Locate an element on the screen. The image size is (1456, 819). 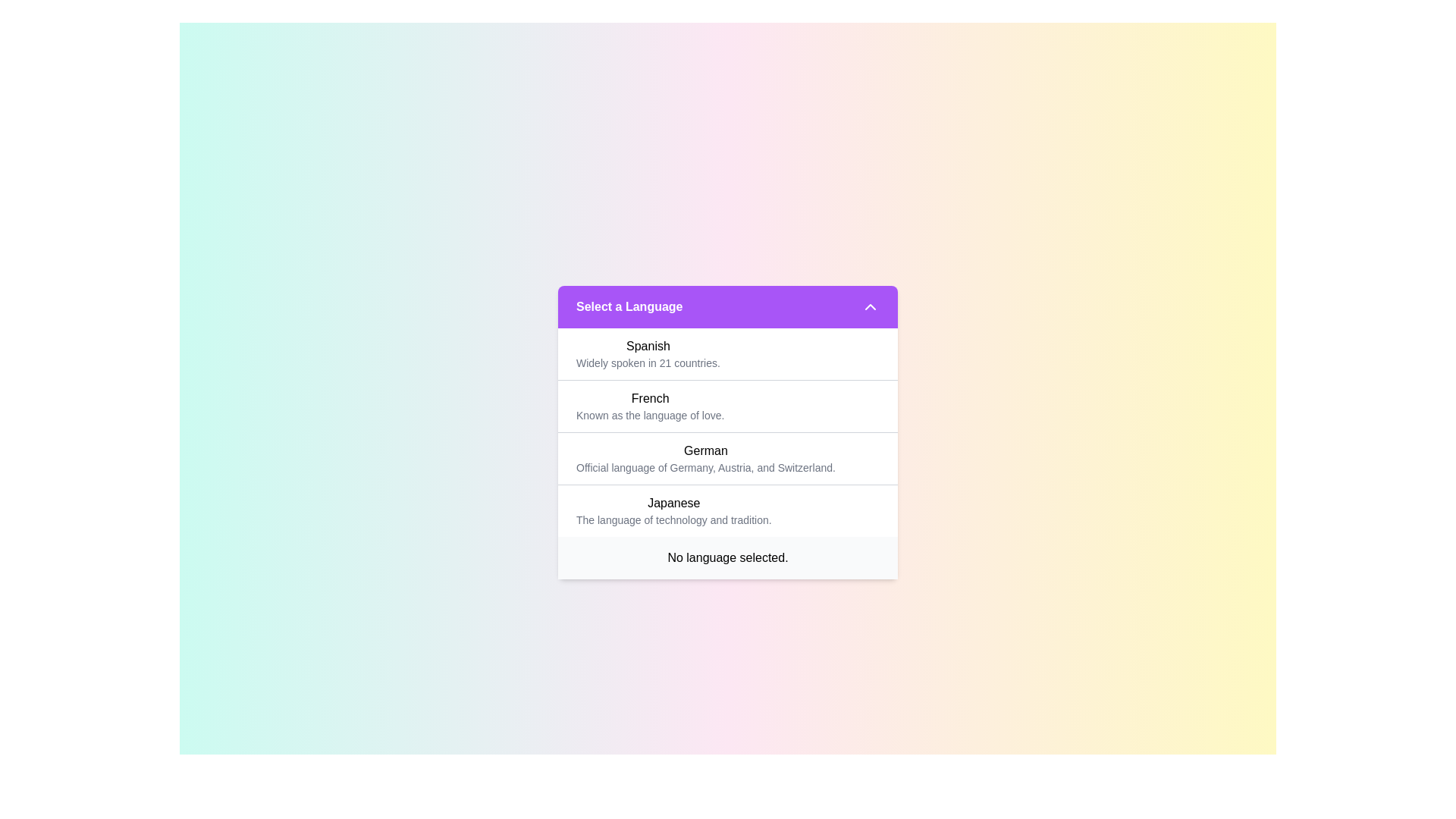
the fourth list item in the dropdown menu titled 'Select a Language' is located at coordinates (673, 510).